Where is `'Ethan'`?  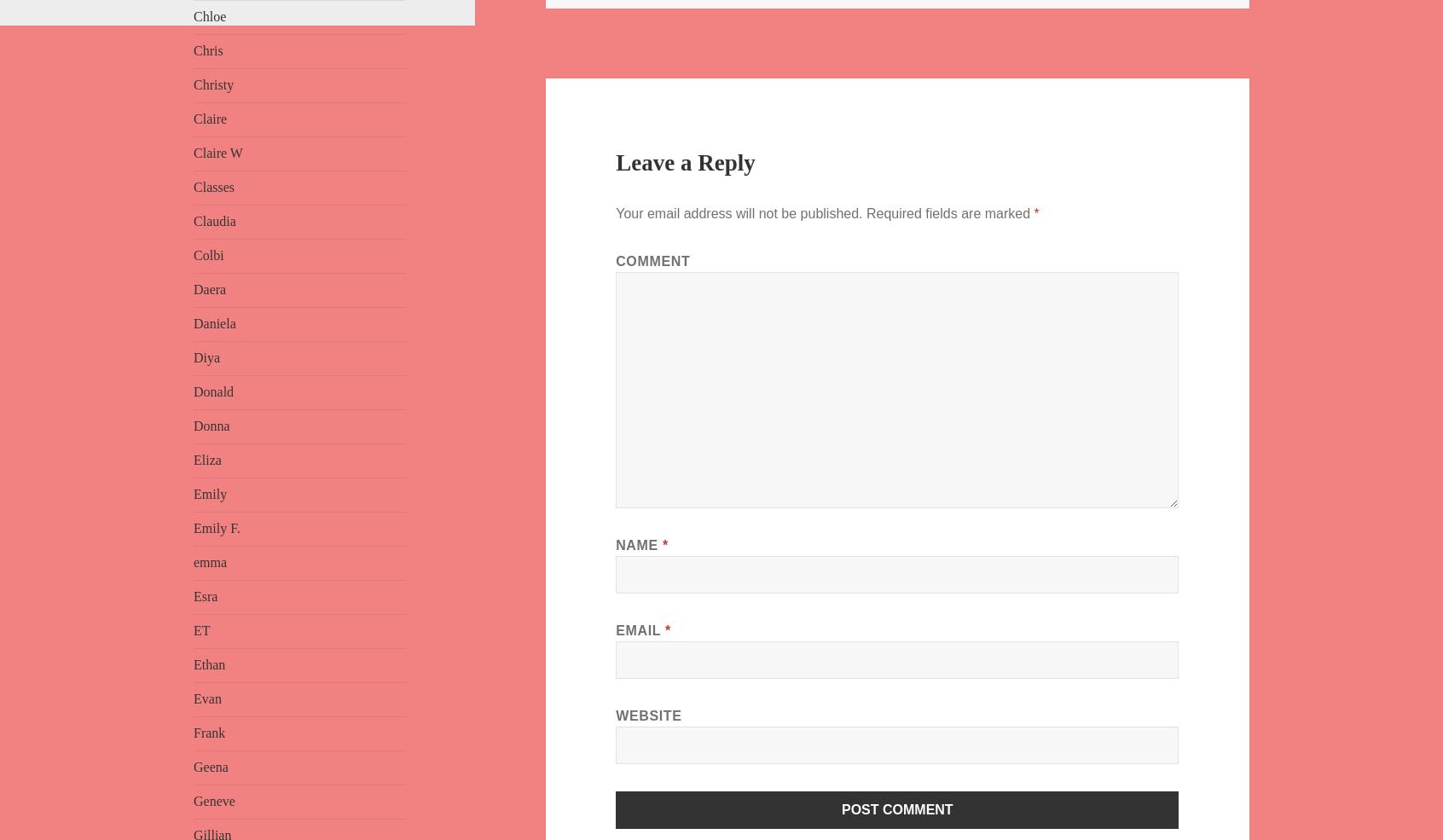
'Ethan' is located at coordinates (194, 664).